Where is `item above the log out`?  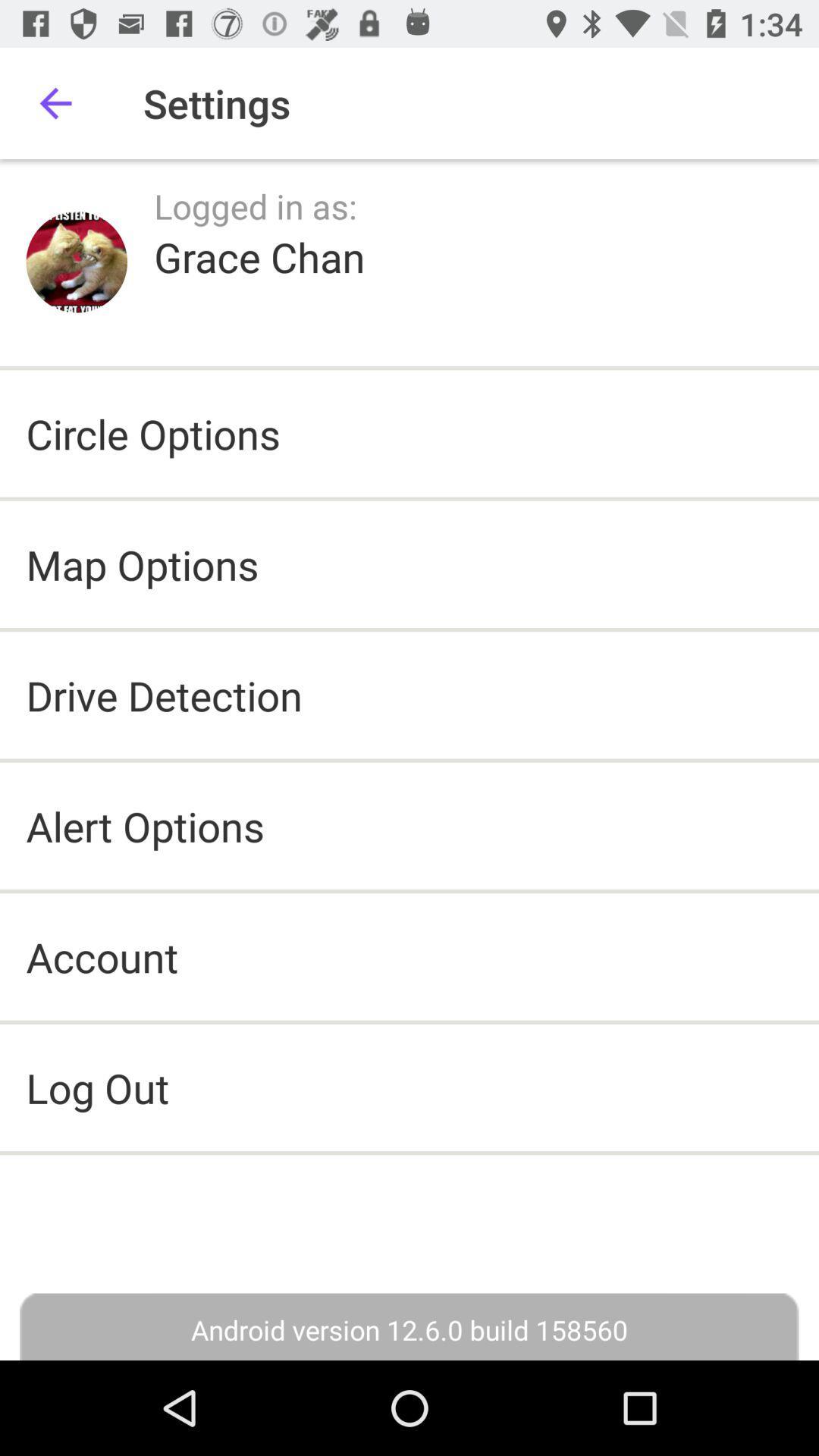
item above the log out is located at coordinates (102, 955).